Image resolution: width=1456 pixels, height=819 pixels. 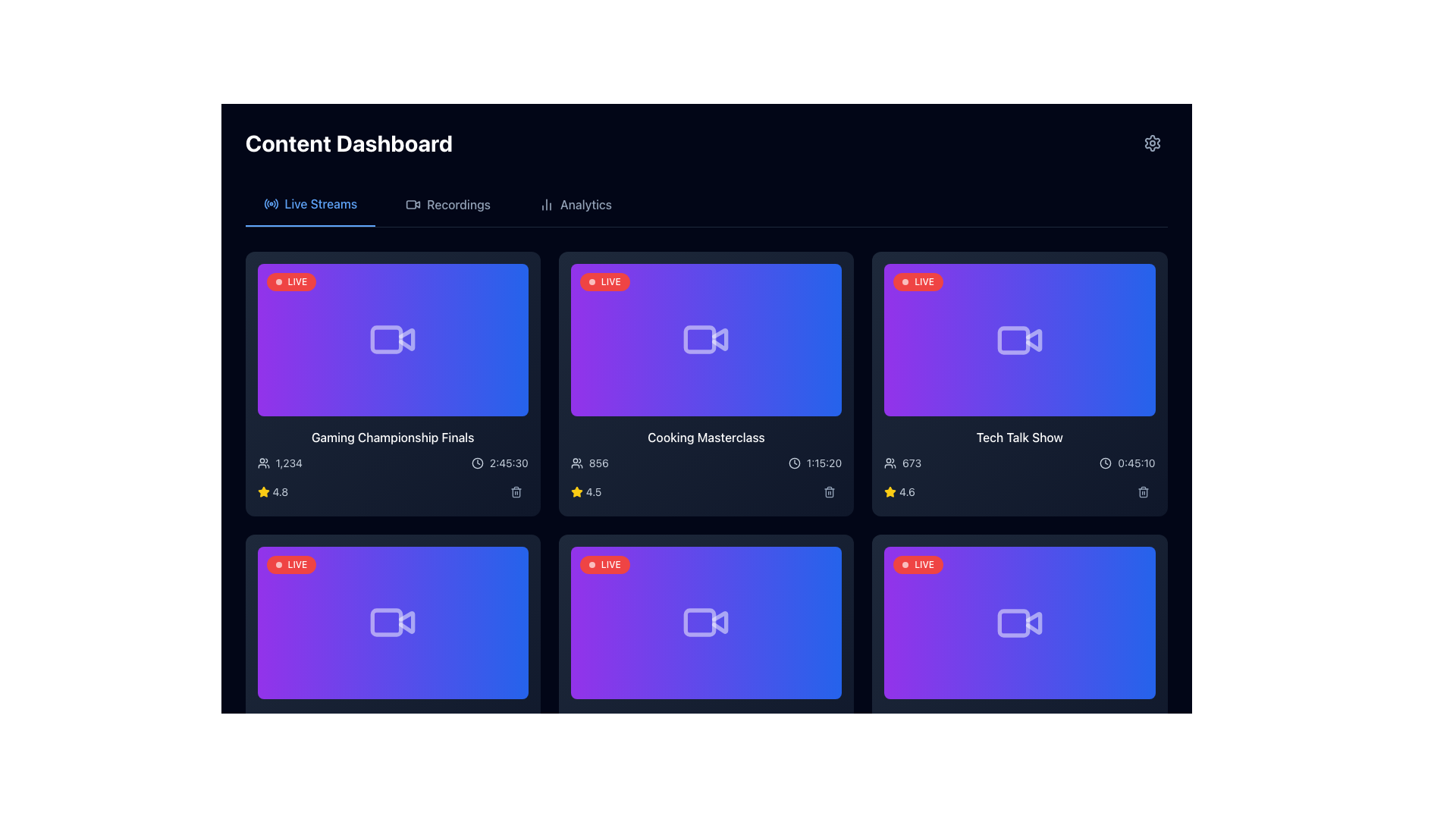 What do you see at coordinates (918, 564) in the screenshot?
I see `the live indicator label located near the top-left corner of the video thumbnail on the dashboard` at bounding box center [918, 564].